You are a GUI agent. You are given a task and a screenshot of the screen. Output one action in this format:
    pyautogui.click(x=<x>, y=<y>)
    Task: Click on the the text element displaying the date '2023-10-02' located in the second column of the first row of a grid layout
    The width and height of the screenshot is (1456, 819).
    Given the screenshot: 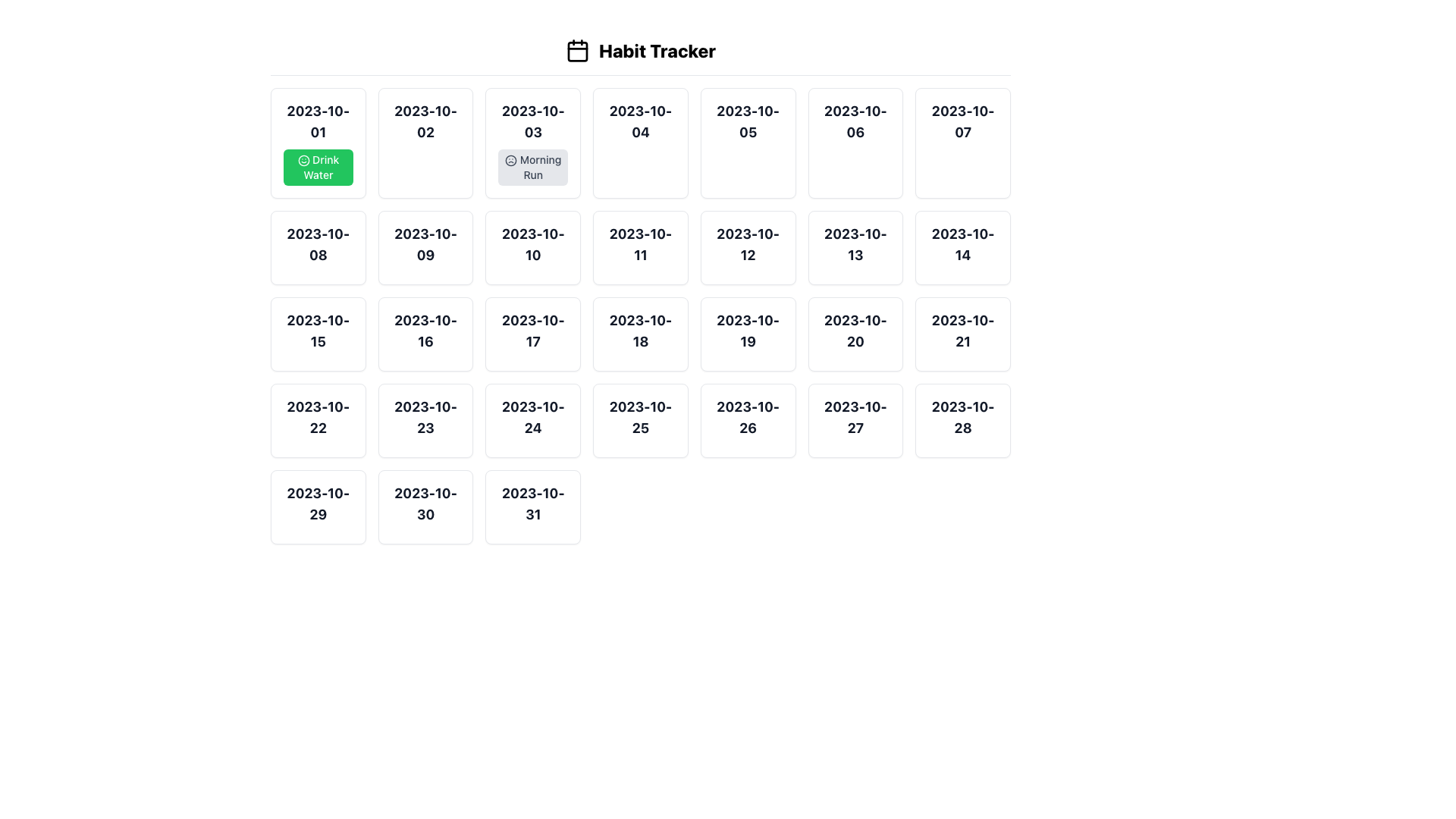 What is the action you would take?
    pyautogui.click(x=425, y=121)
    